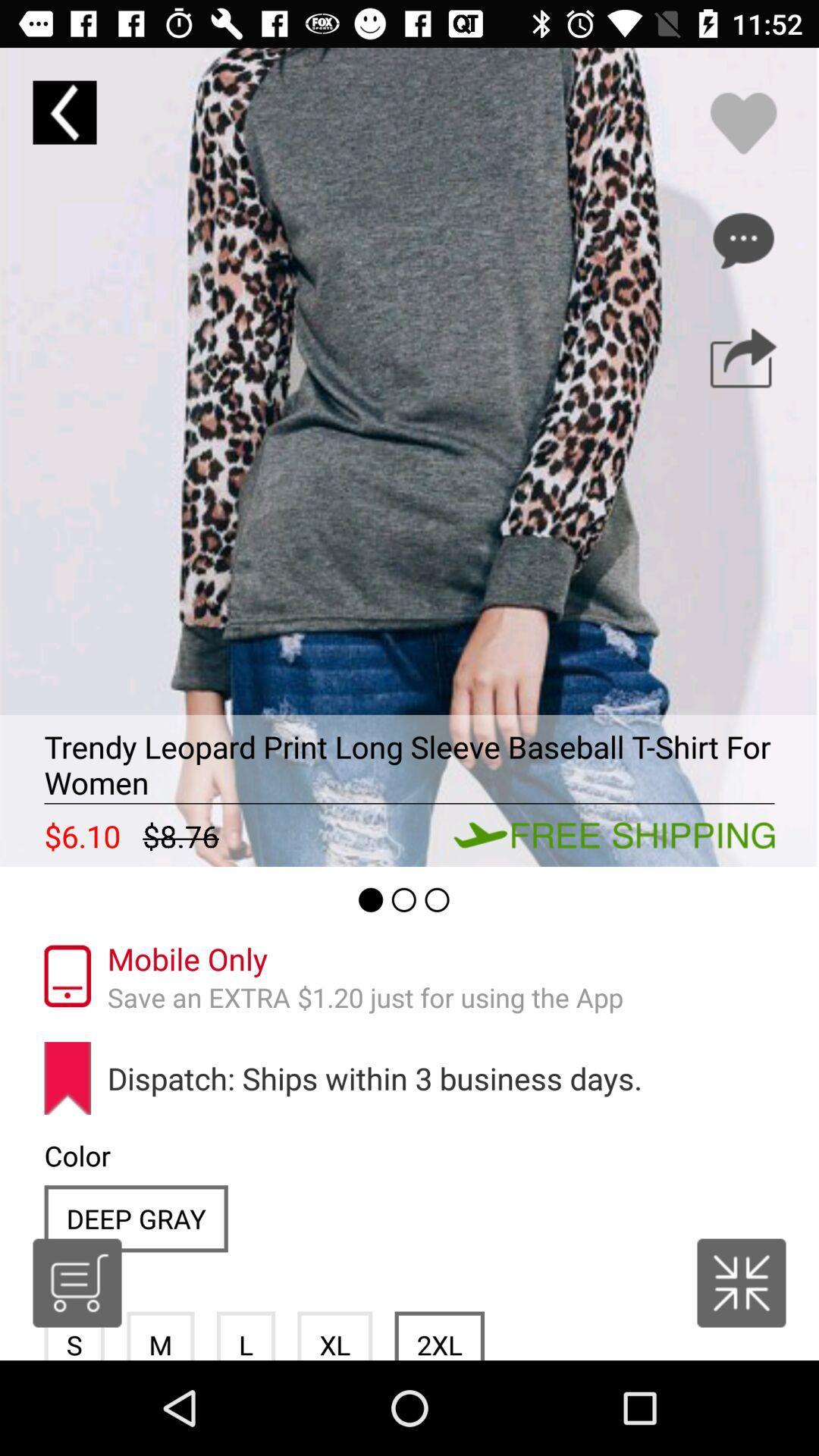 The image size is (819, 1456). Describe the element at coordinates (742, 240) in the screenshot. I see `the chat icon` at that location.